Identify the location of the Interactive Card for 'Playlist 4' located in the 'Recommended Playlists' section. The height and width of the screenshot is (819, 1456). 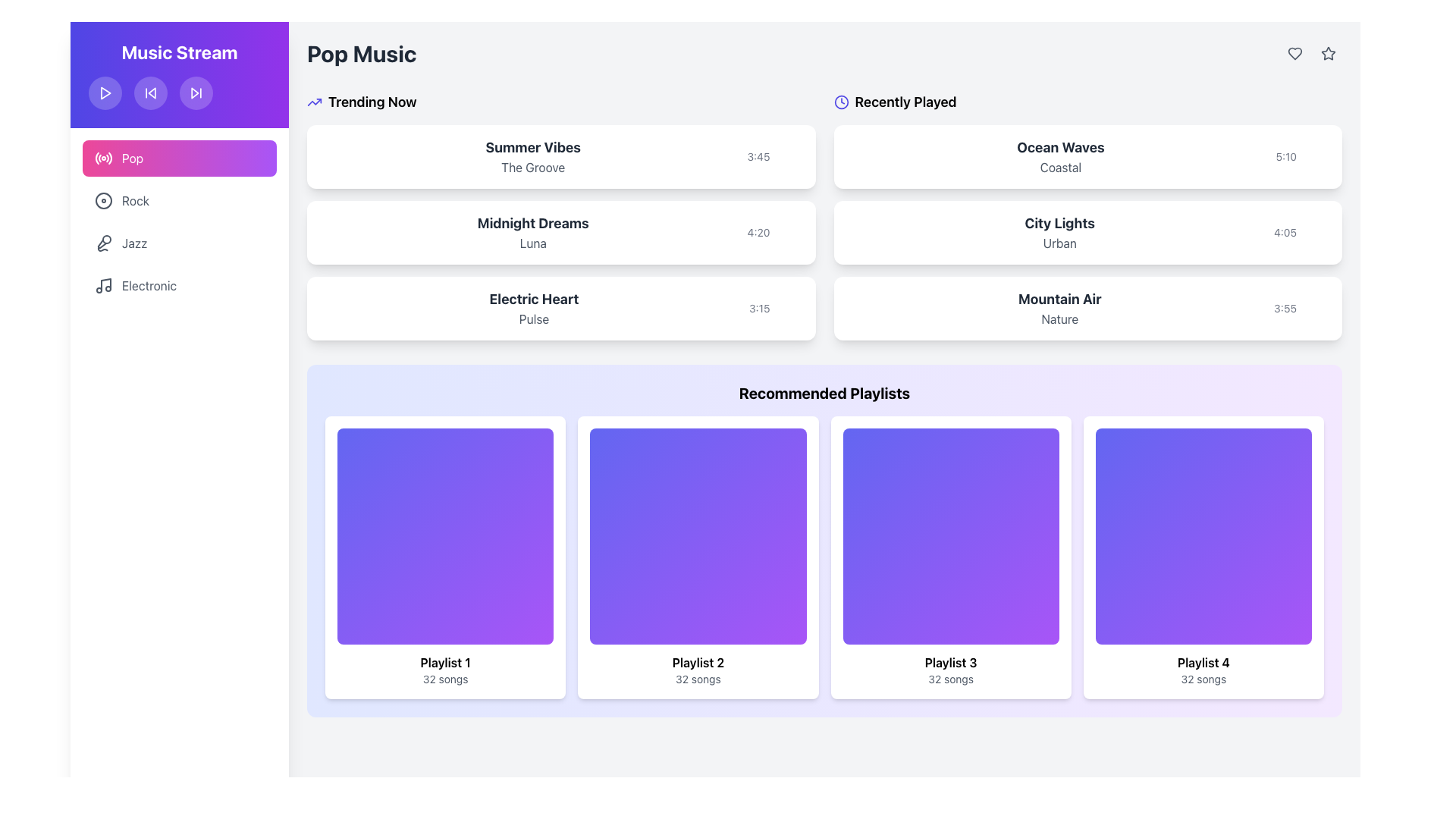
(1203, 557).